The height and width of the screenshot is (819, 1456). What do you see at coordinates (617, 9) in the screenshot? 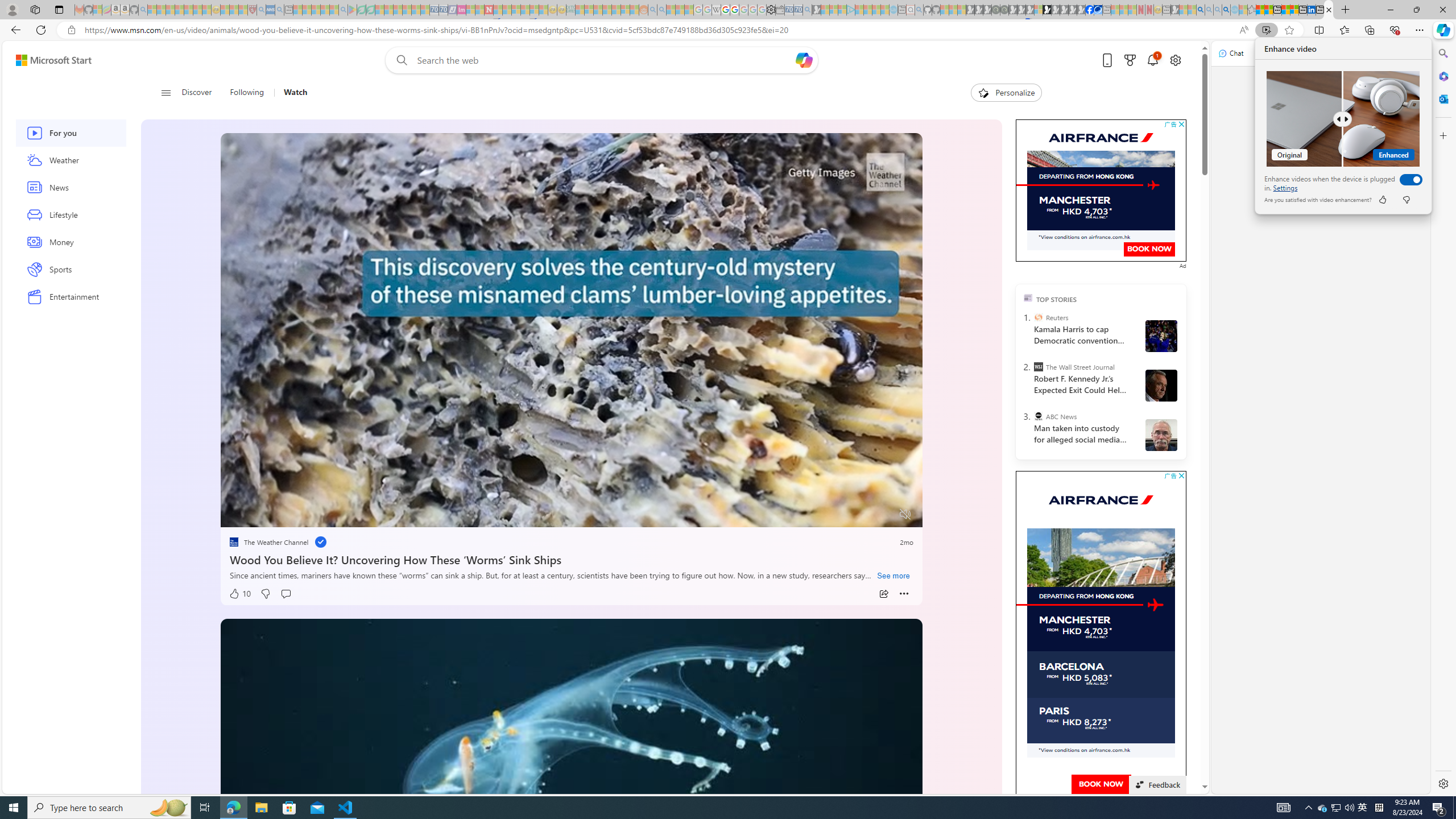
I see `'Kinda Frugal - MSN - Sleeping'` at bounding box center [617, 9].